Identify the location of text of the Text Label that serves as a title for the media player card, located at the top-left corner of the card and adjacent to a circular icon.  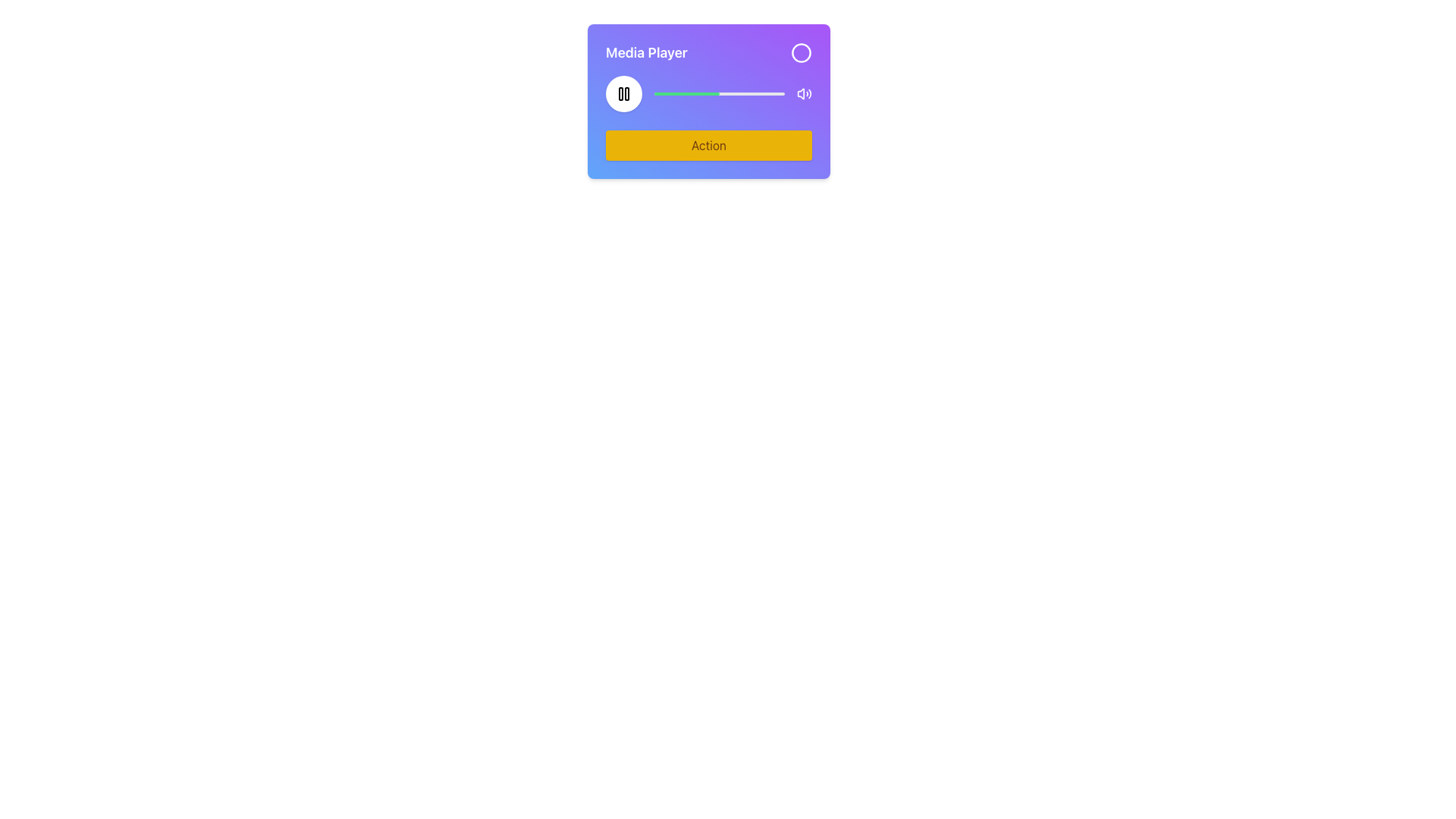
(646, 52).